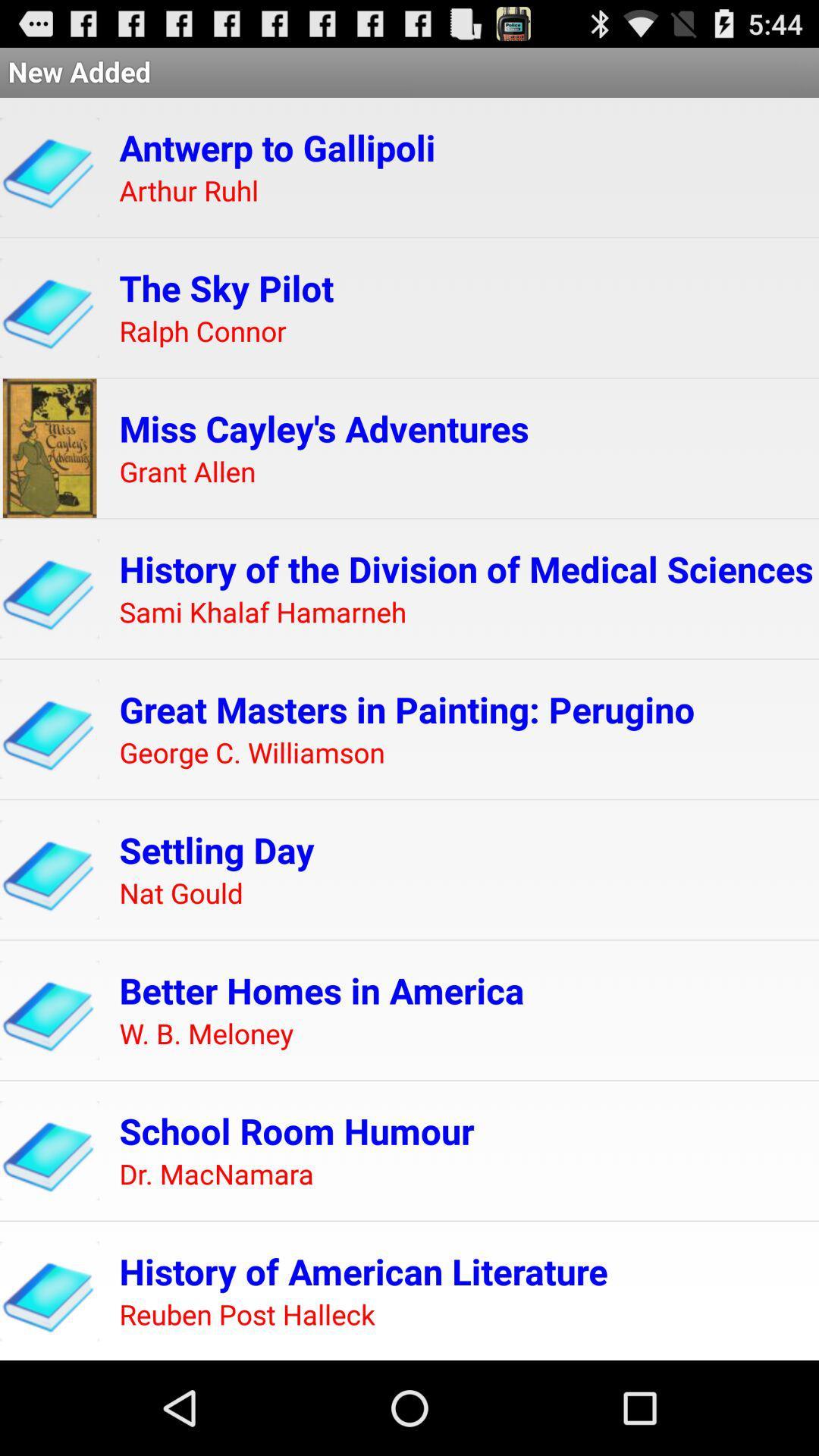  I want to click on the grant allen app, so click(187, 472).